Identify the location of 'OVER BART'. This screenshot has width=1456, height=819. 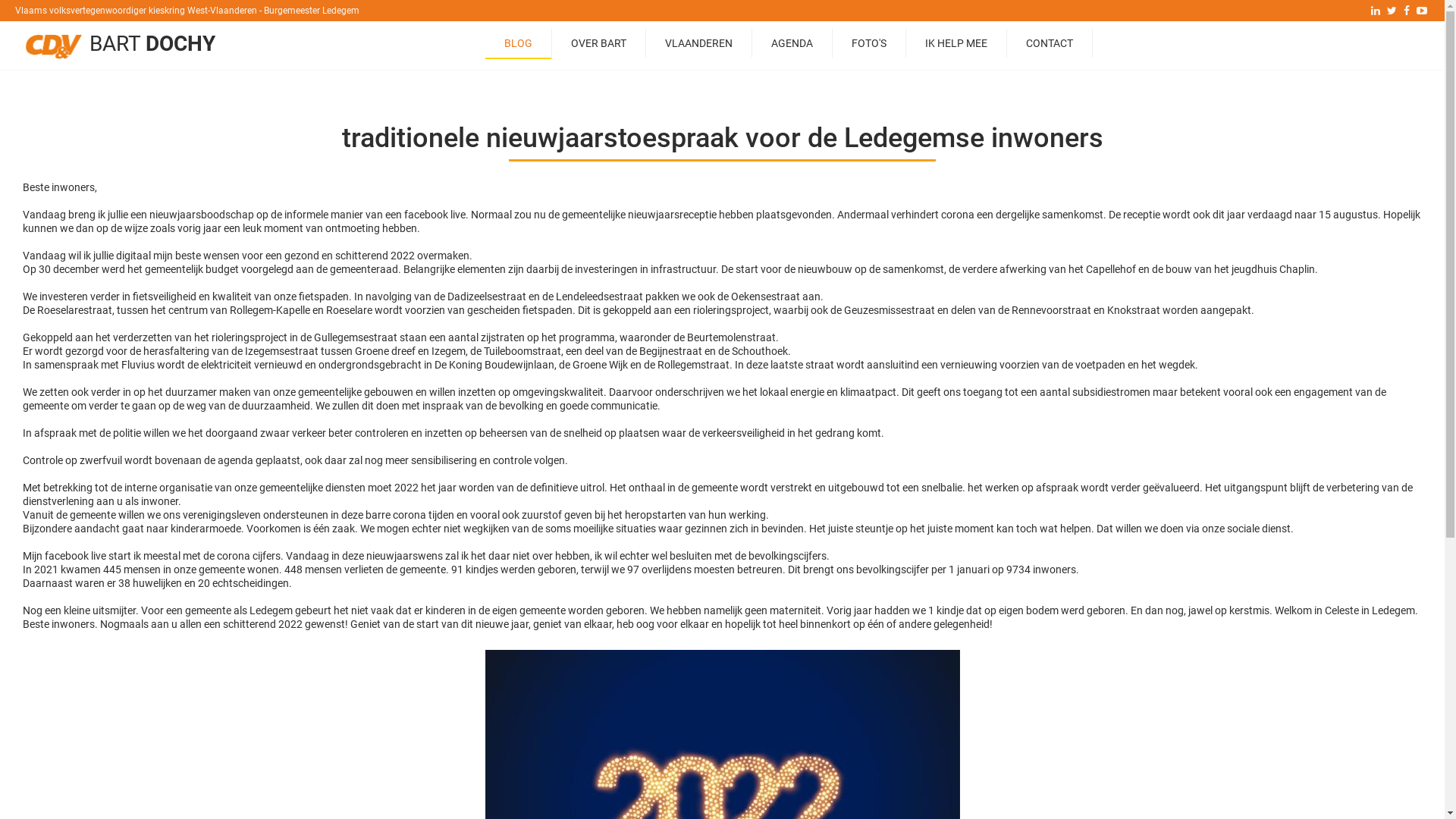
(551, 42).